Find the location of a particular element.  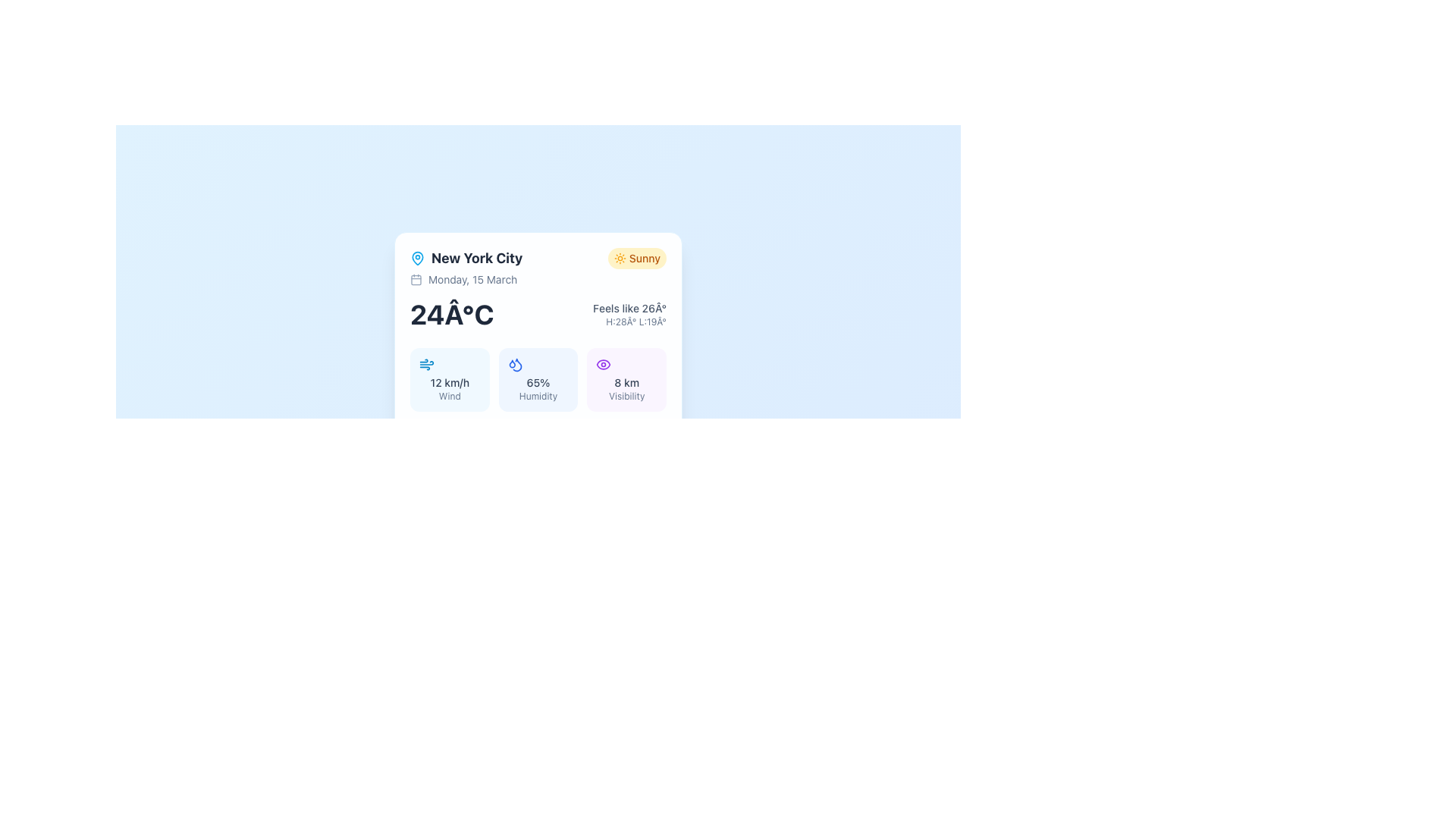

the humidity icon located above the '65% Humidity' text in the bottom-central section of the weather card is located at coordinates (515, 365).